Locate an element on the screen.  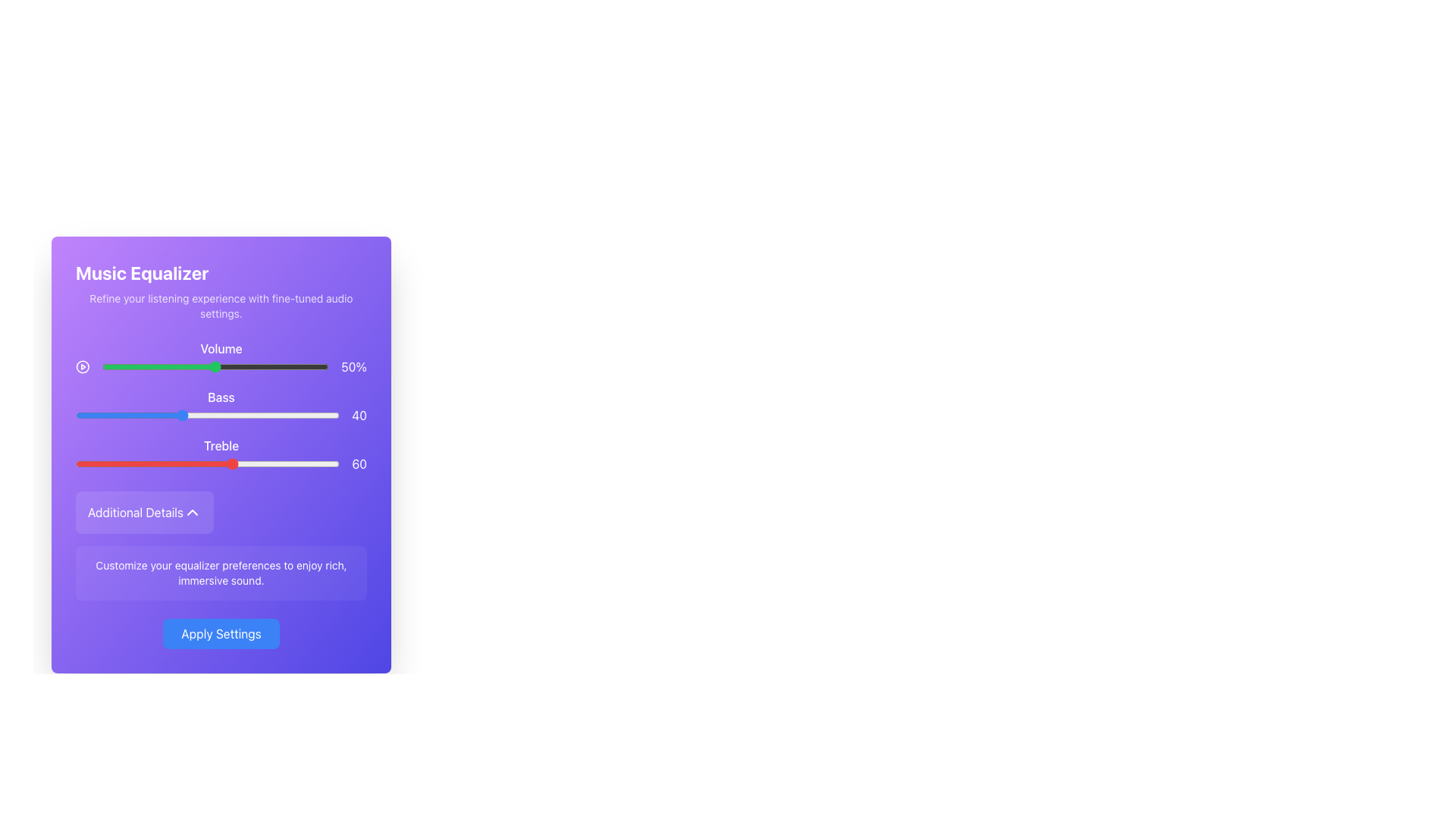
Bass level is located at coordinates (334, 415).